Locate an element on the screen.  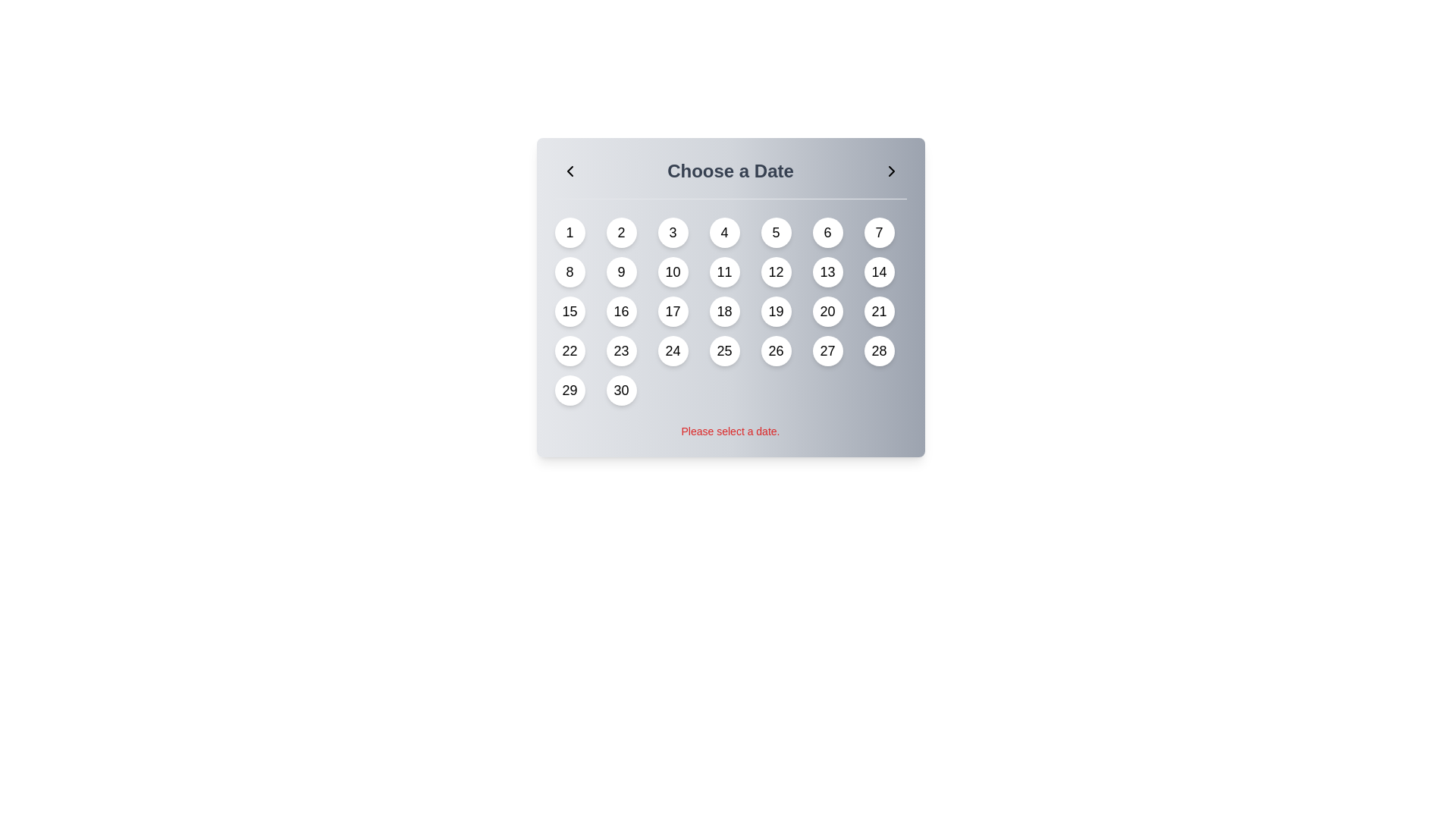
the circular button displaying the number '23' is located at coordinates (621, 350).